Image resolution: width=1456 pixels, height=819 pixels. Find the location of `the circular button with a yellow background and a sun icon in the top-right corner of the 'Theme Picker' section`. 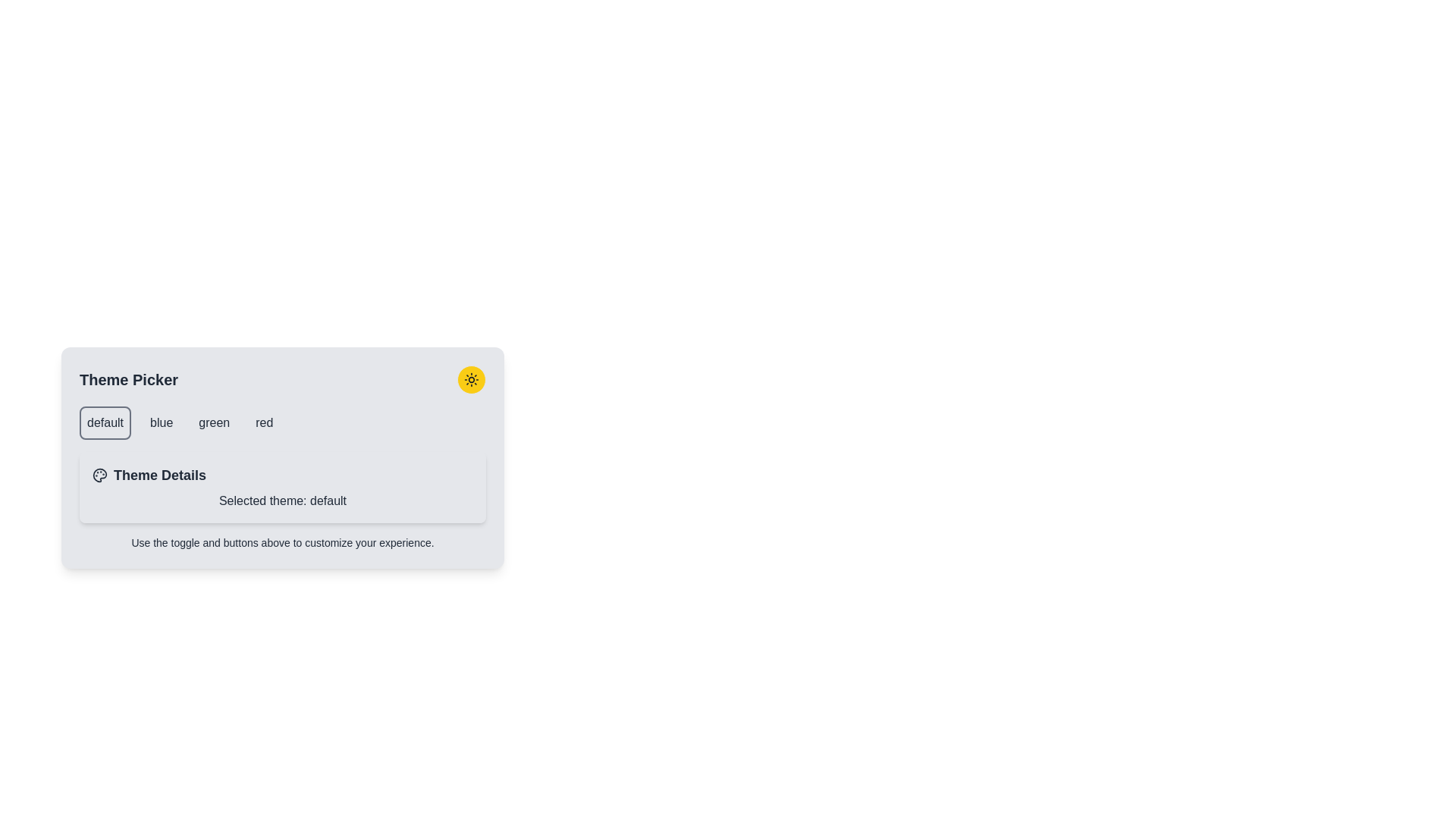

the circular button with a yellow background and a sun icon in the top-right corner of the 'Theme Picker' section is located at coordinates (471, 379).